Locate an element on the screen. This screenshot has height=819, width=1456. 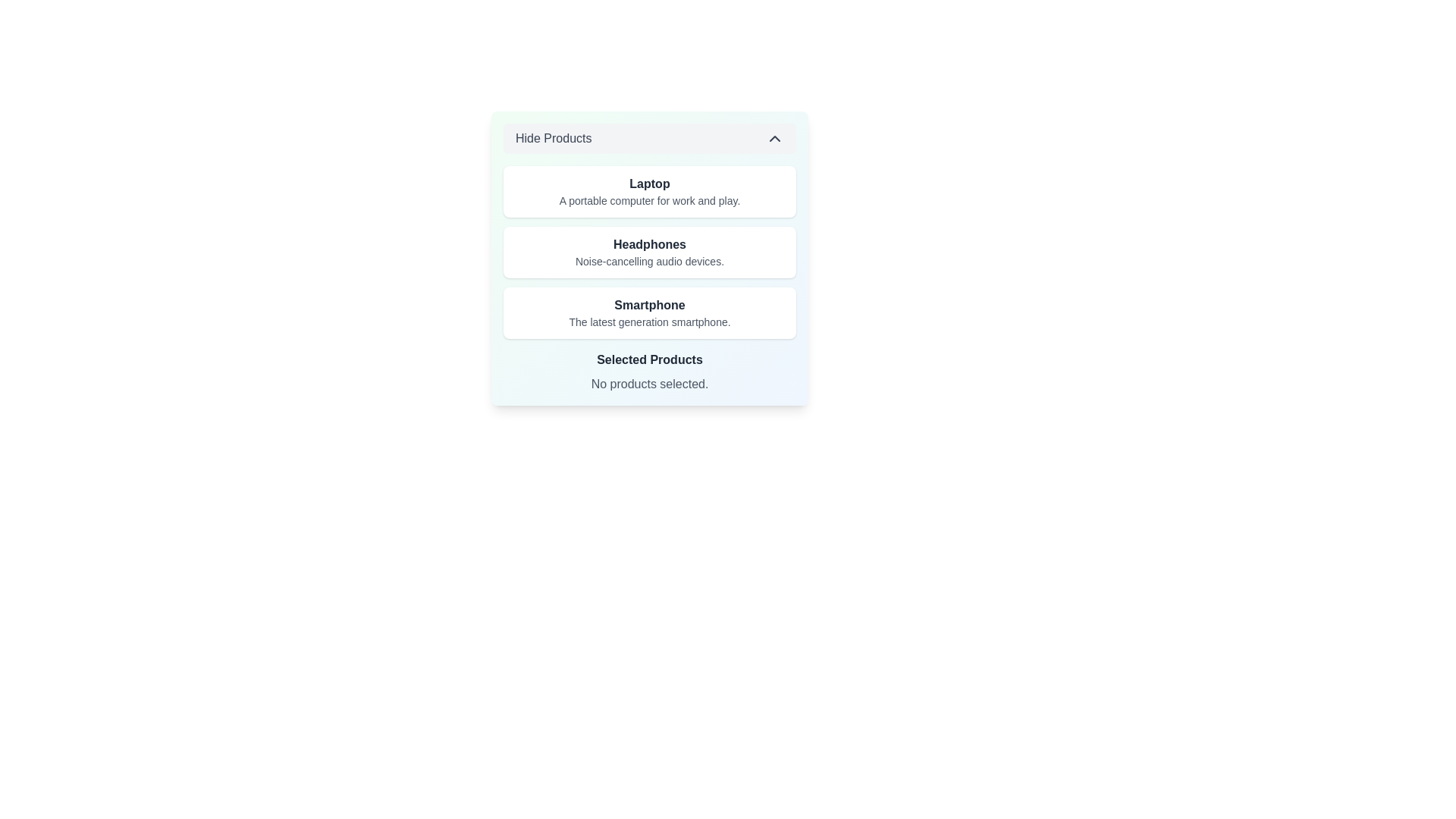
the selectable 'Headphones' card which is the second item in a vertical list of three cards, located between the 'Laptop' and 'Smartphone' cards is located at coordinates (650, 251).